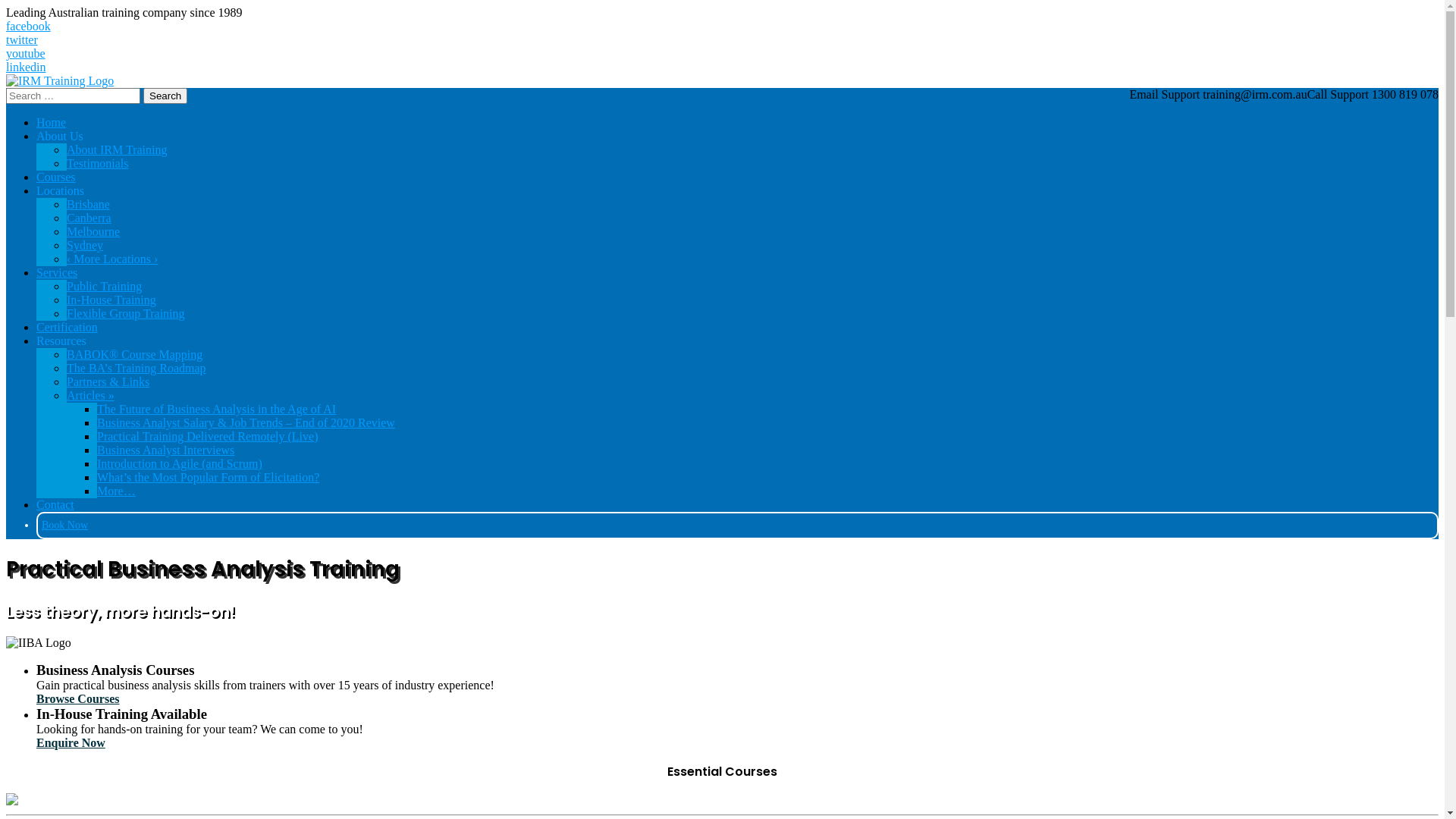  What do you see at coordinates (87, 203) in the screenshot?
I see `'Brisbane'` at bounding box center [87, 203].